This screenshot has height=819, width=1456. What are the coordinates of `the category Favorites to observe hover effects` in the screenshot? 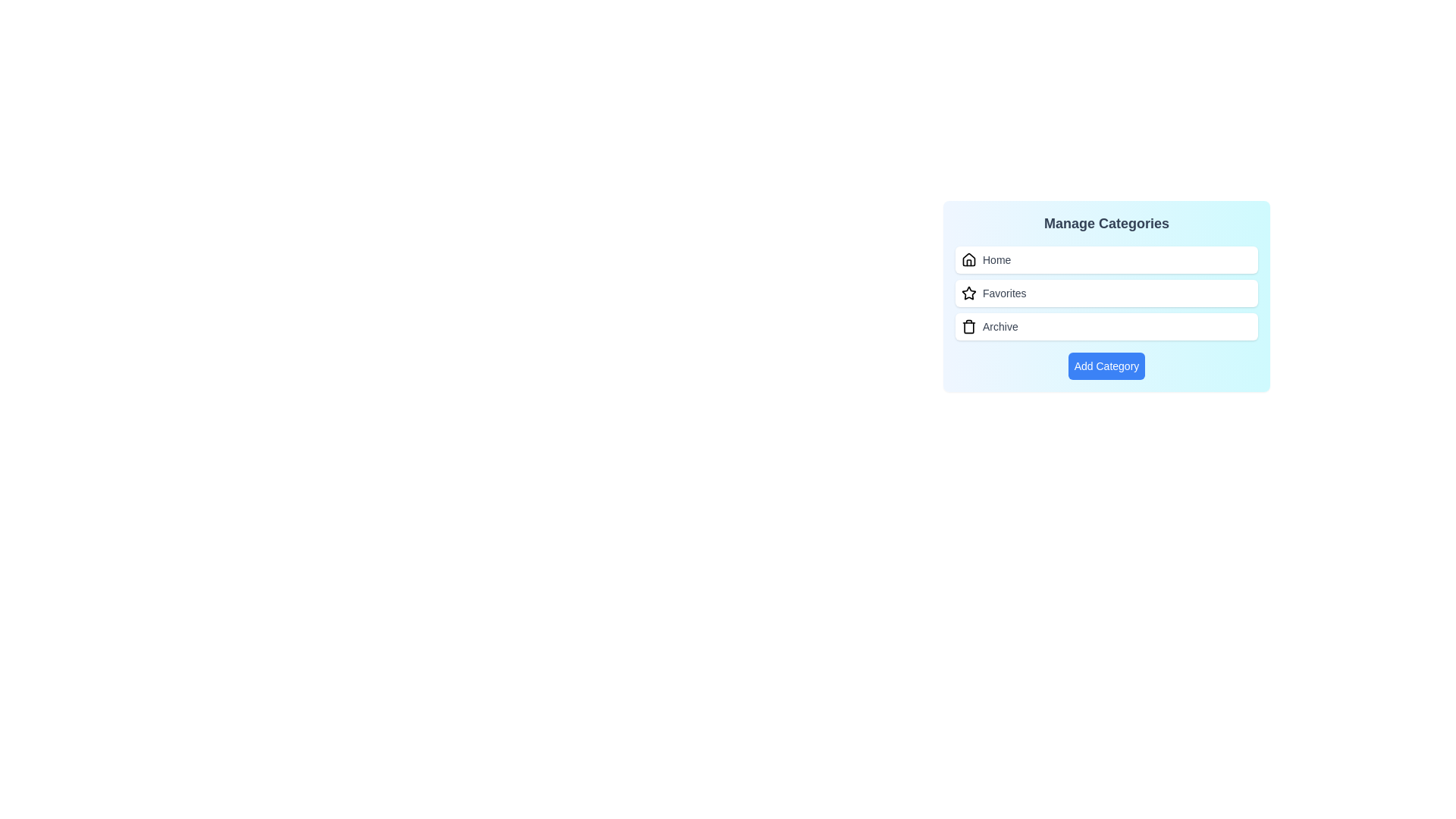 It's located at (1106, 293).